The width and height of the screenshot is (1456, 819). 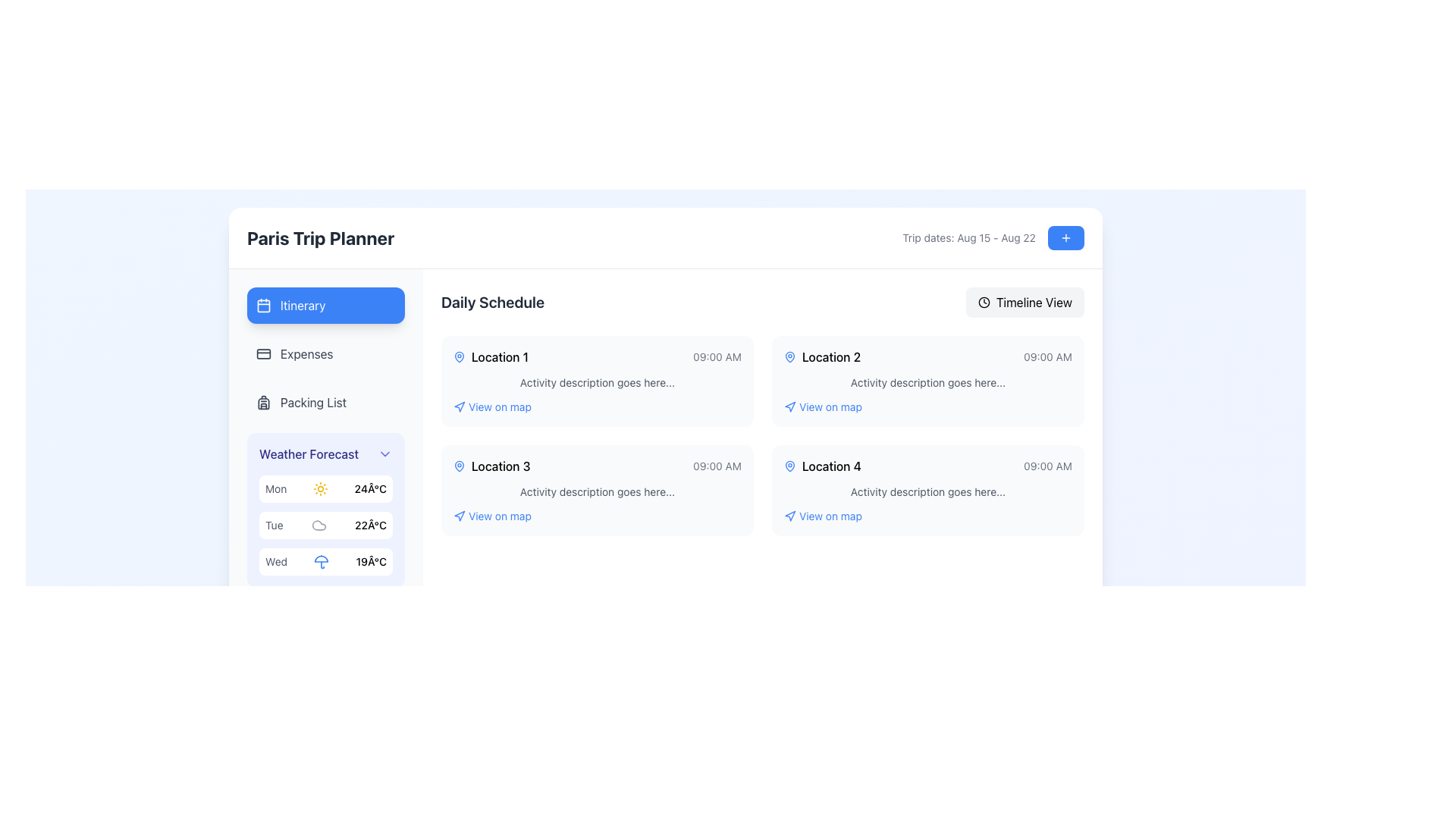 I want to click on the 'Timeline View' button located on the right side of the 'Daily Schedule' header, so click(x=1025, y=302).